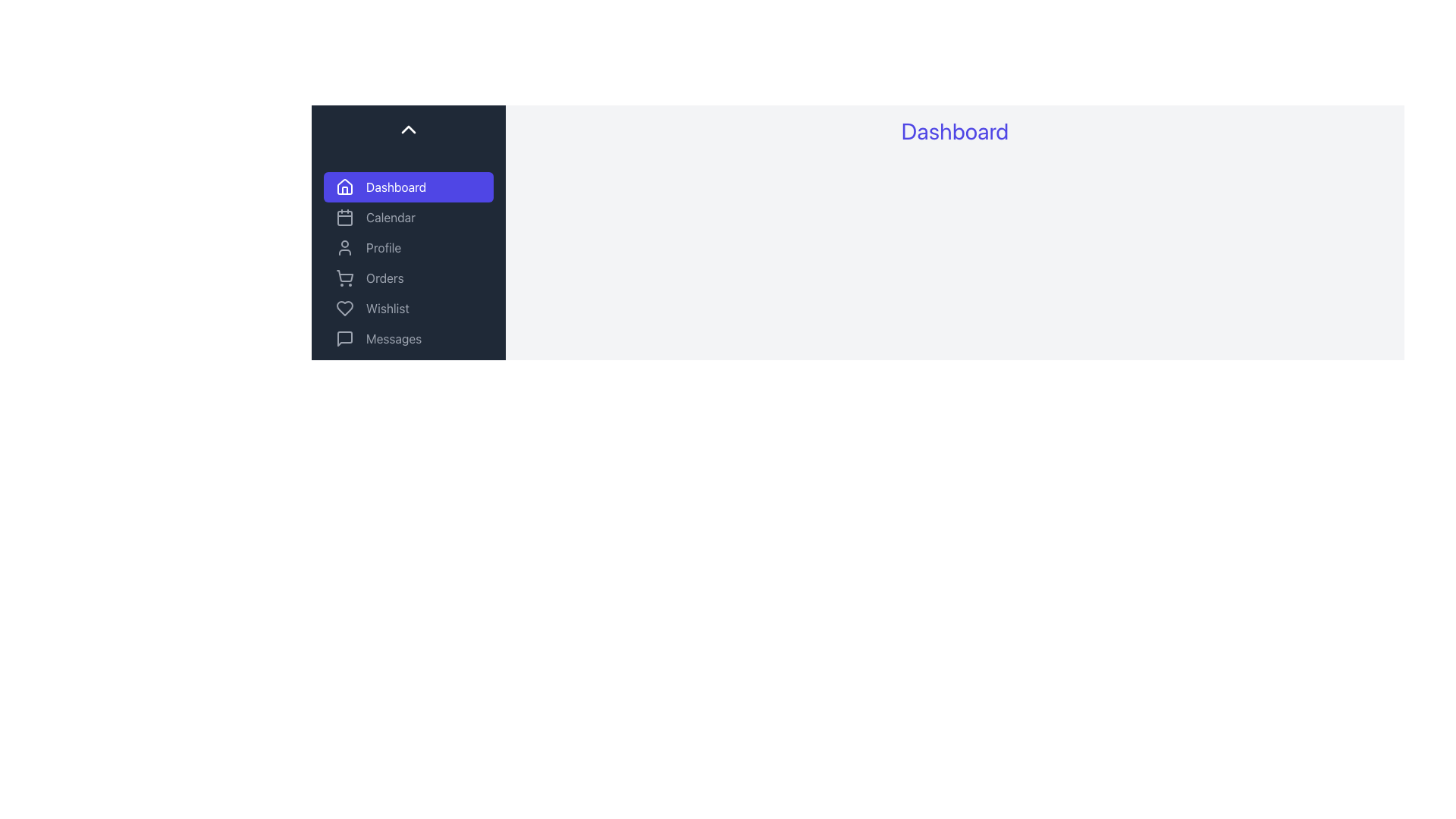  What do you see at coordinates (344, 276) in the screenshot?
I see `the shopping cart vector icon located in the sidebar menu, which is positioned to the left of the 'Orders' label and below the 'Profile' menu item` at bounding box center [344, 276].